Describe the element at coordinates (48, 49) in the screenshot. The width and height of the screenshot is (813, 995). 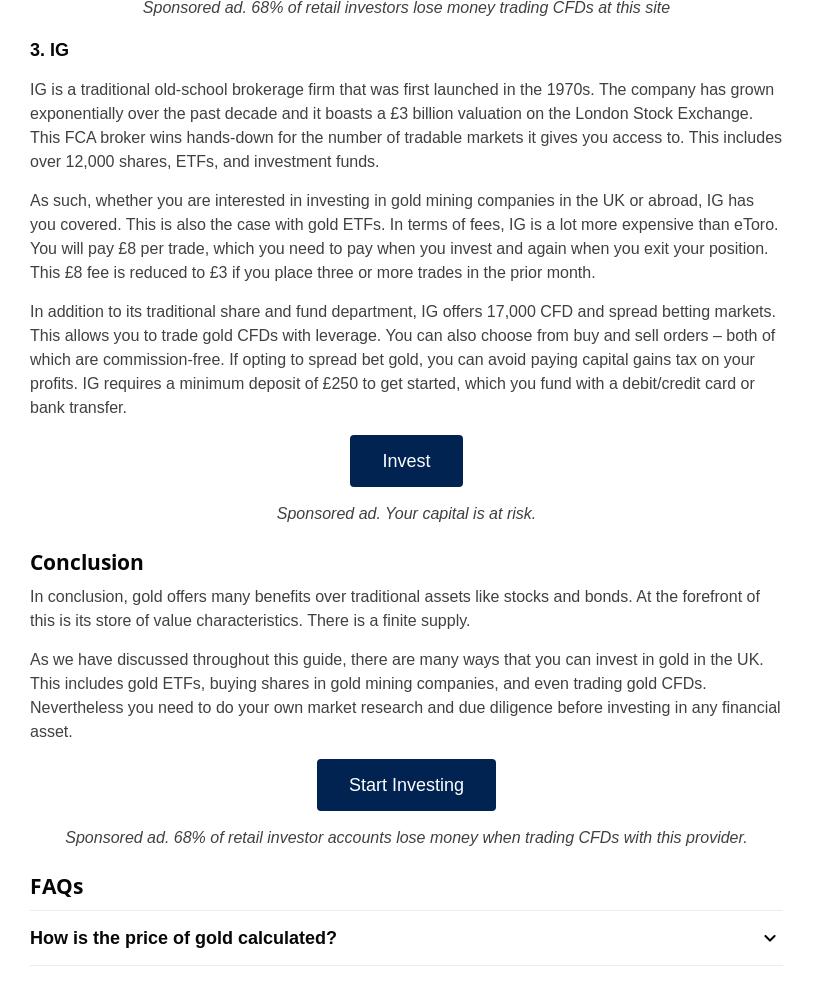
I see `'3. IG'` at that location.